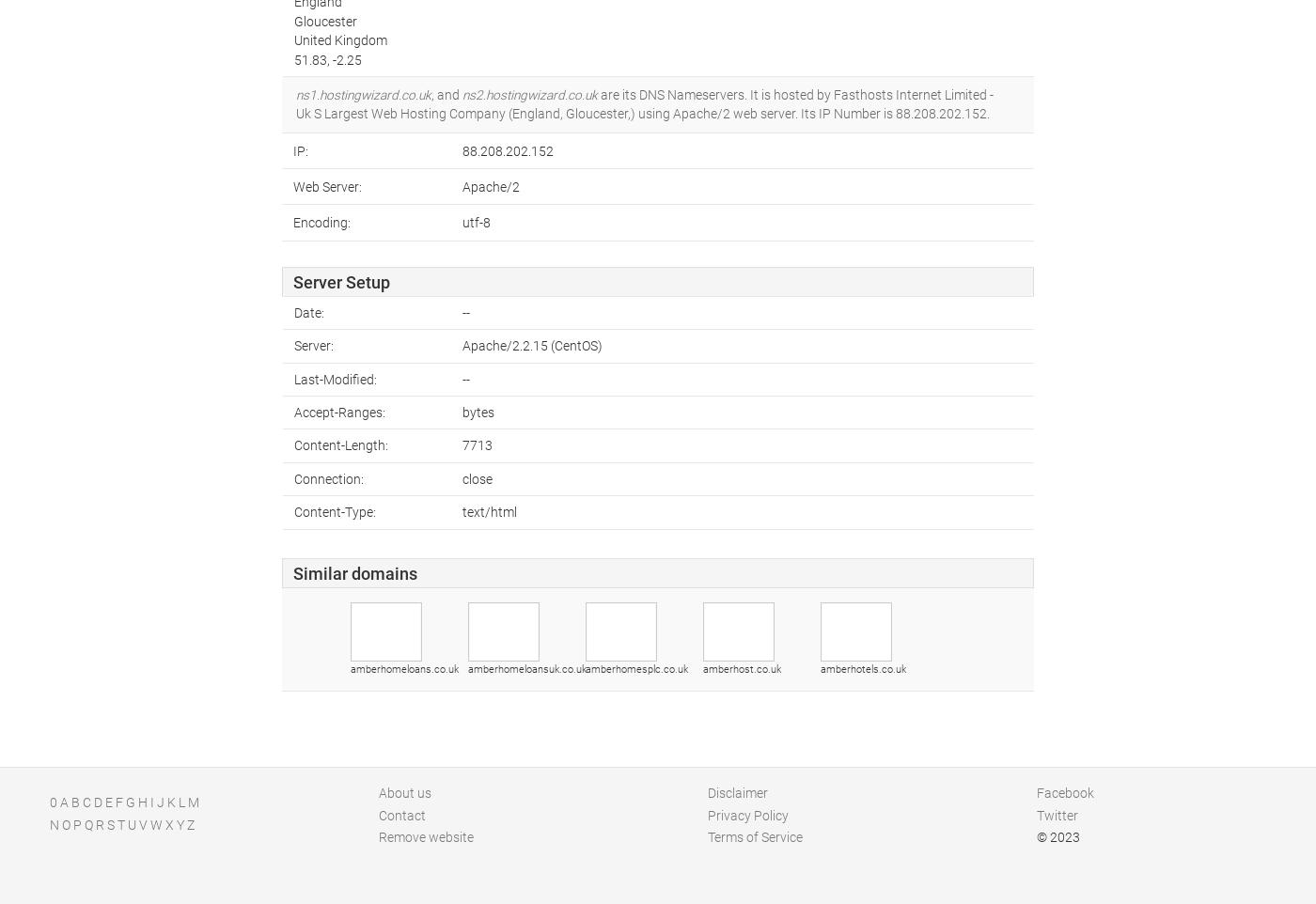  Describe the element at coordinates (293, 412) in the screenshot. I see `'Accept-Ranges:'` at that location.